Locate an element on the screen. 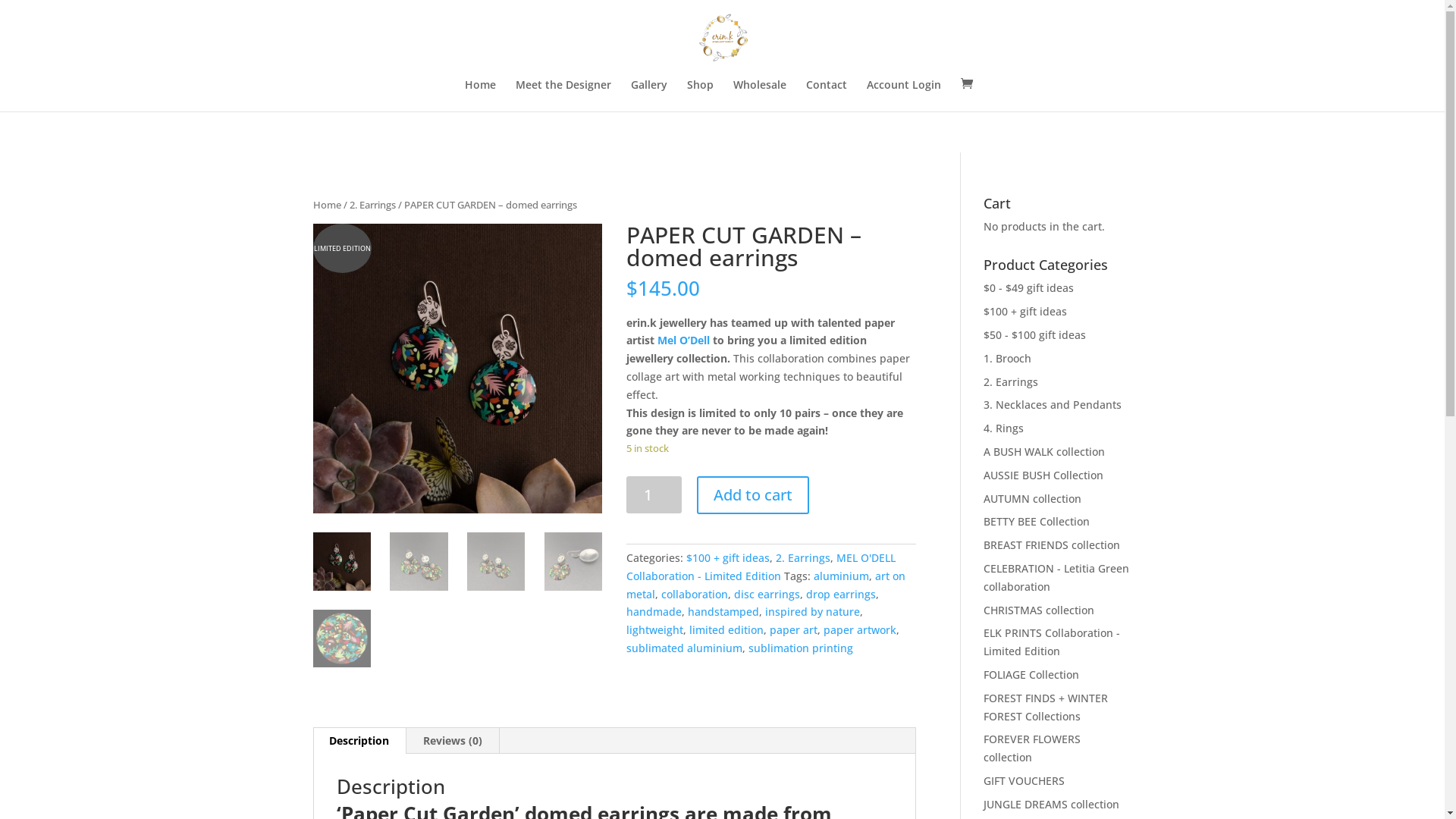  'Description' is located at coordinates (358, 739).